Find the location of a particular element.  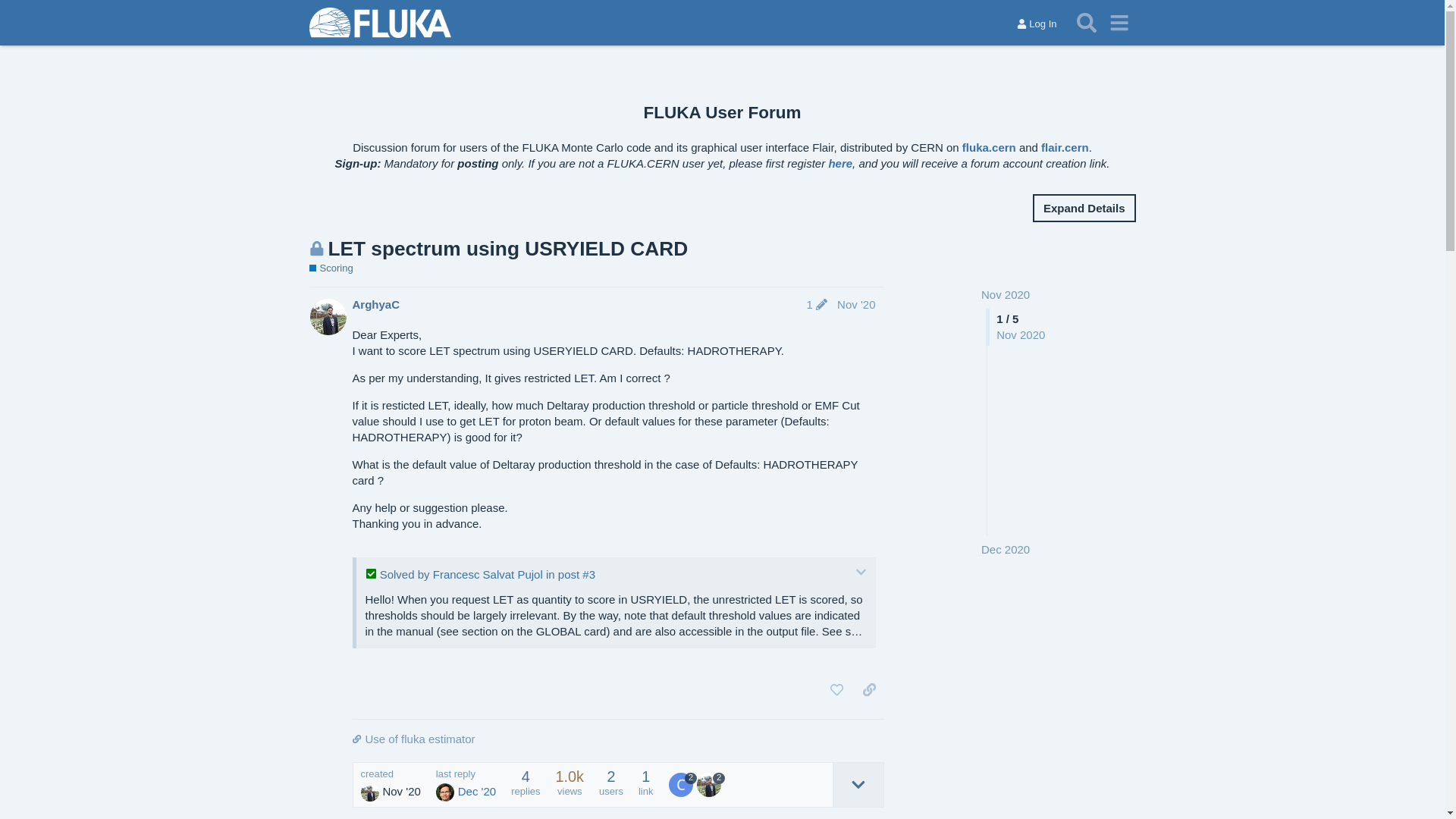

'Expand Details' is located at coordinates (1084, 208).